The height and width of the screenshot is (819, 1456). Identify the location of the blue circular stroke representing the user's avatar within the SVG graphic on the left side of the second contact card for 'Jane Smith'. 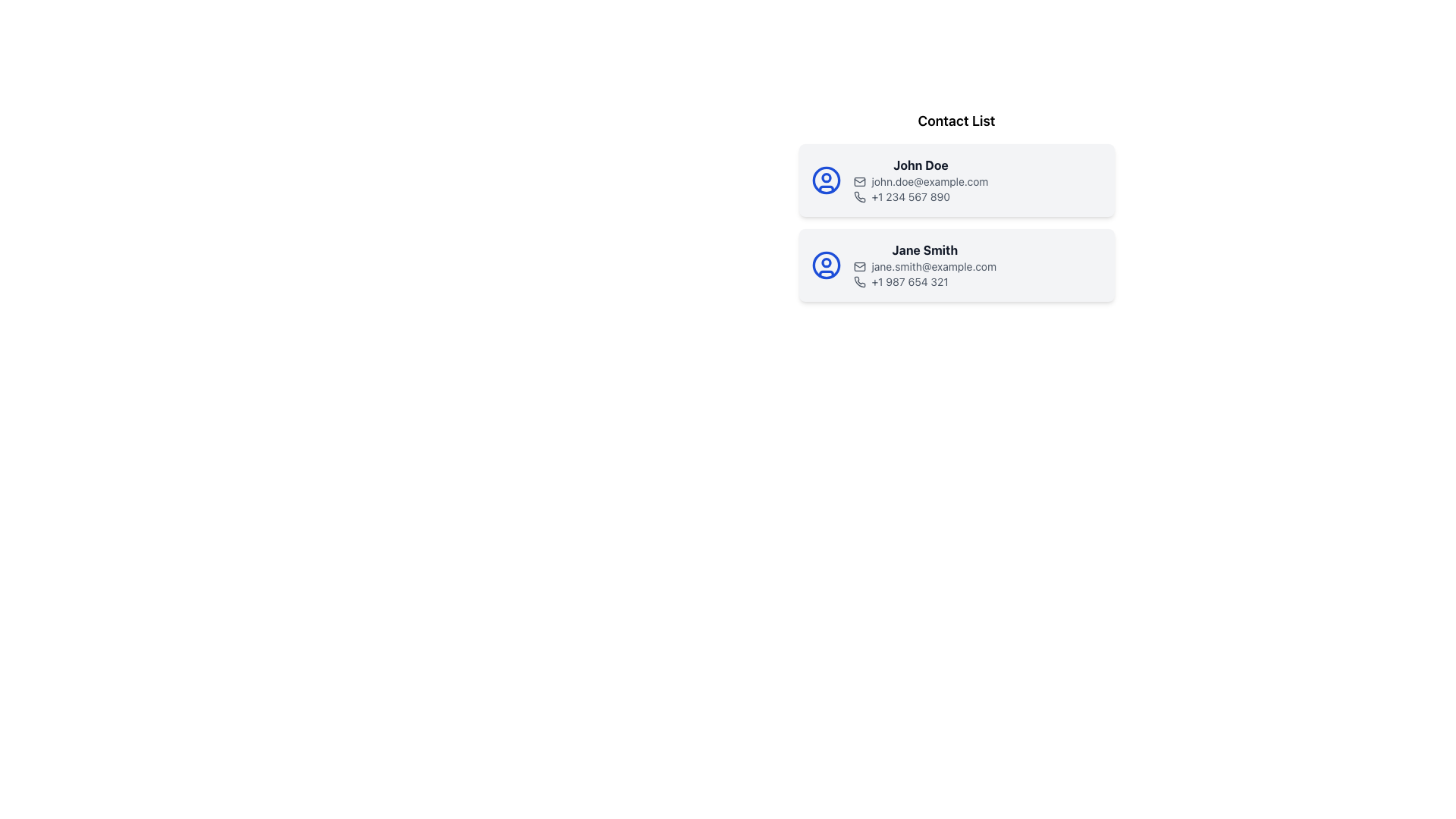
(825, 265).